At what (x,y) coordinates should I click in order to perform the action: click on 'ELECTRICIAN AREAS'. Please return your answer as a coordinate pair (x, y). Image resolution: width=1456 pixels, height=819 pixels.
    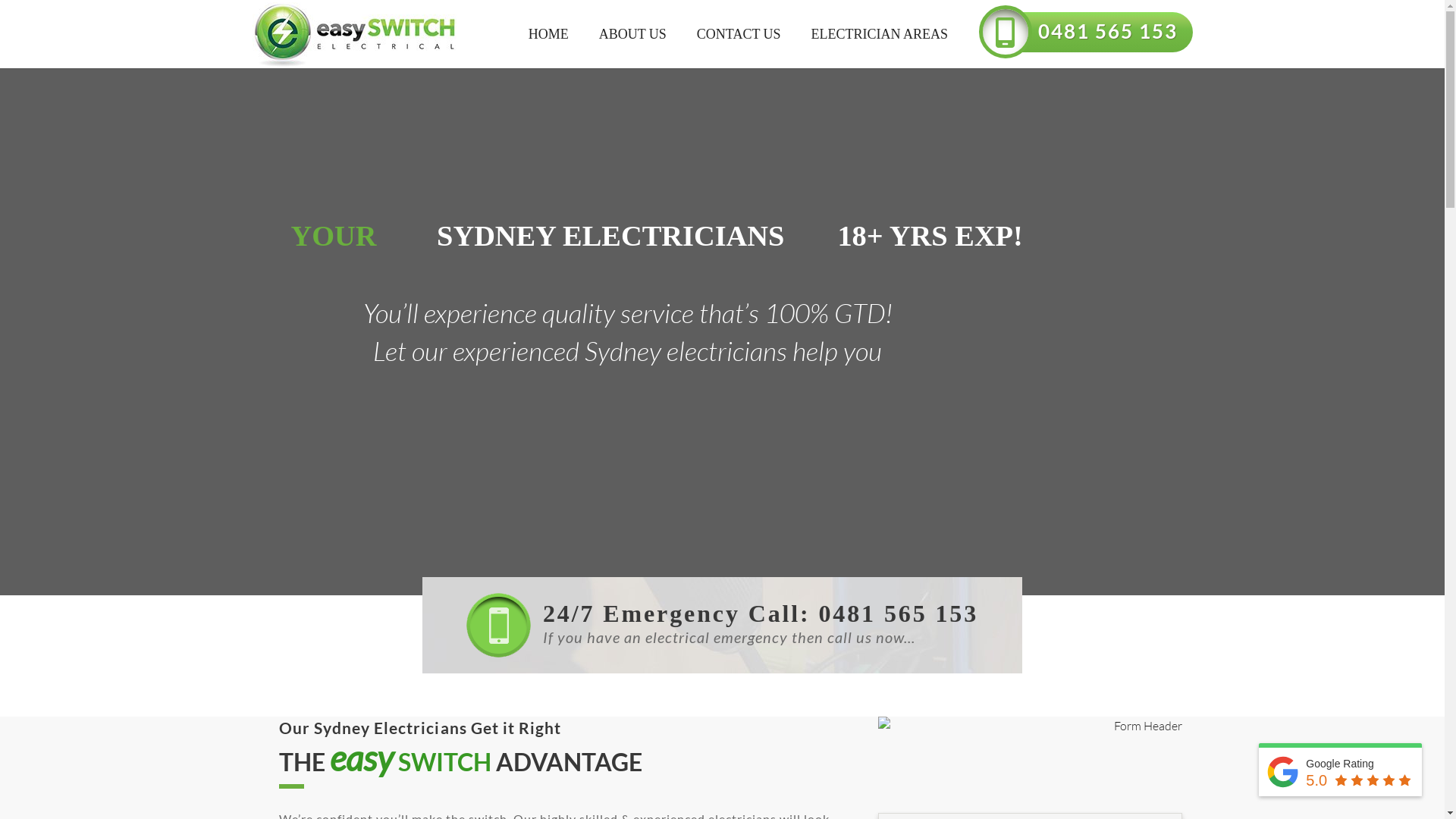
    Looking at the image, I should click on (880, 34).